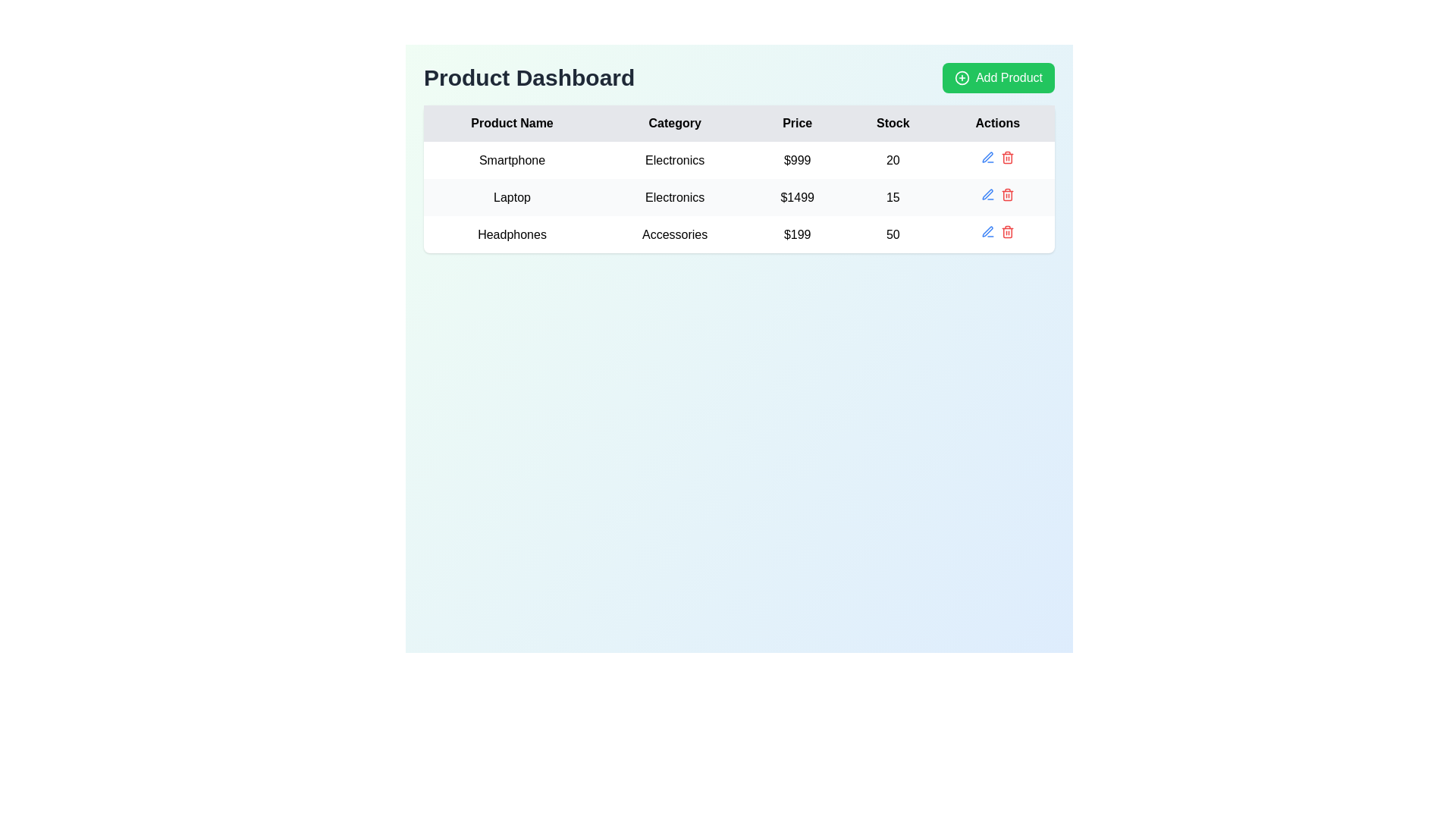 The width and height of the screenshot is (1456, 819). Describe the element at coordinates (512, 196) in the screenshot. I see `the text label displaying the product name 'Laptop' in the product dashboard table, located in the second row beneath 'Smartphone'` at that location.